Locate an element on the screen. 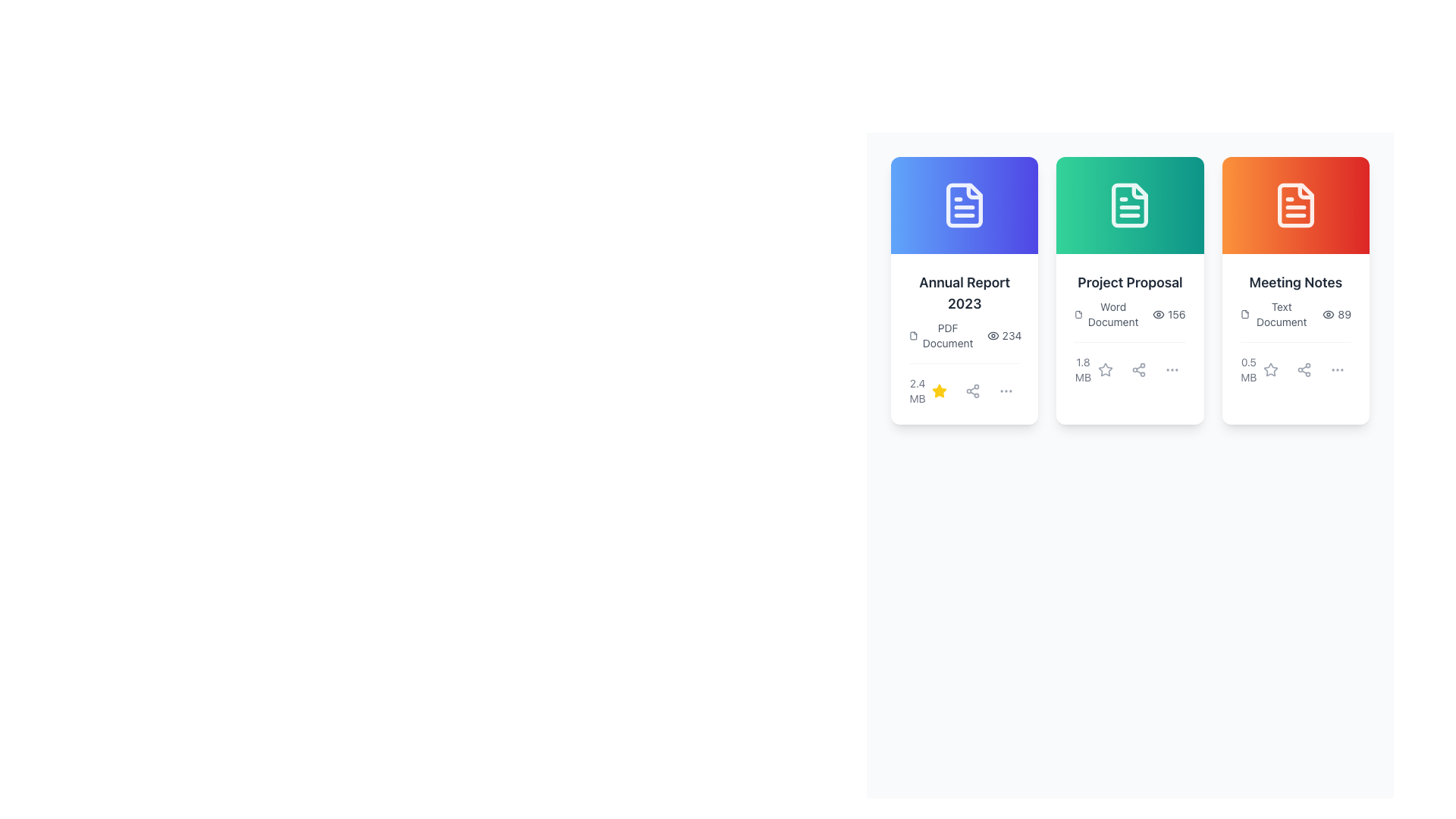 This screenshot has width=1456, height=819. the label displaying 'PDF' above 'Document' with an accompanying document icon, located within the 'Annual Report 2023' card is located at coordinates (941, 335).